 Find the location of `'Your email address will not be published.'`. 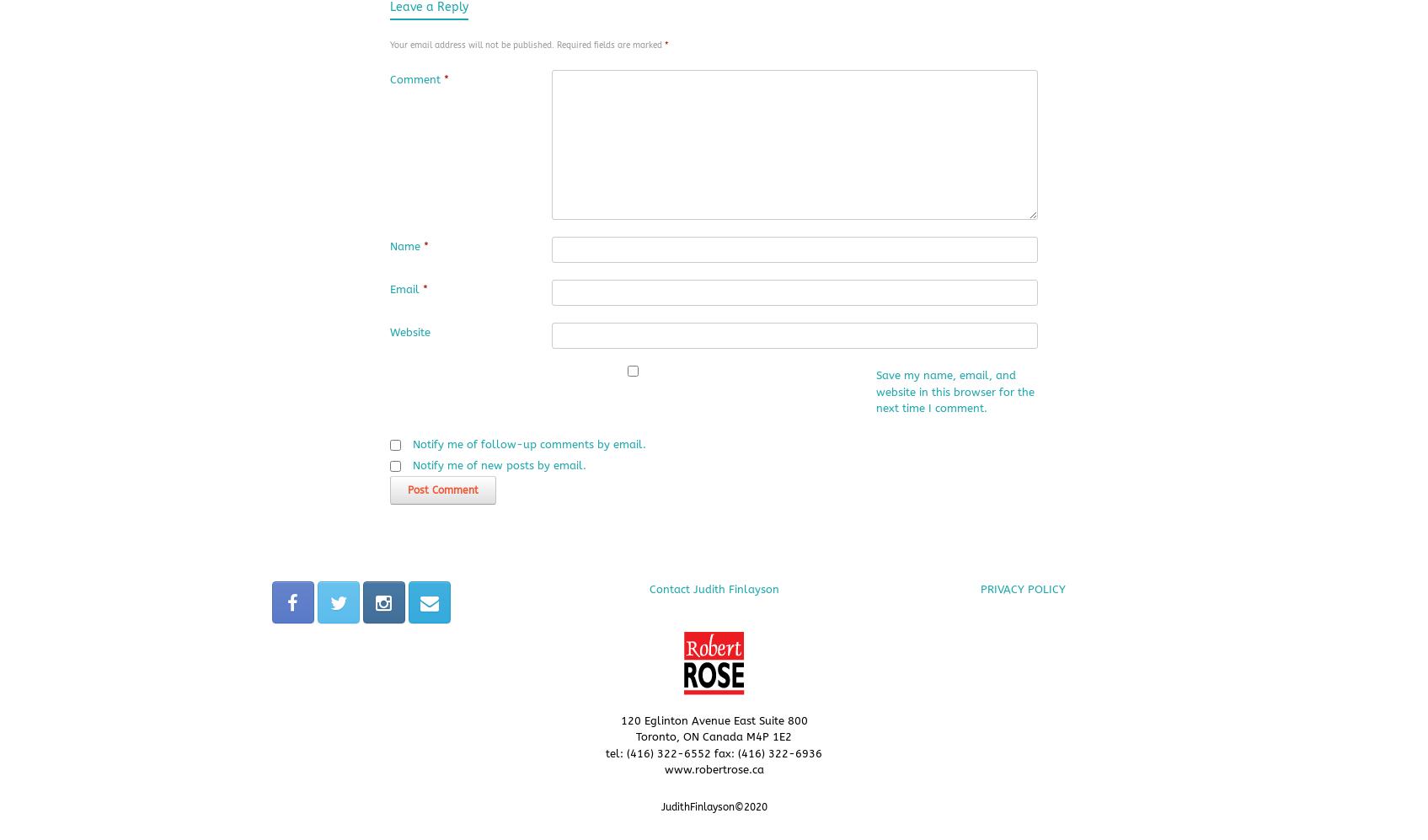

'Your email address will not be published.' is located at coordinates (471, 43).